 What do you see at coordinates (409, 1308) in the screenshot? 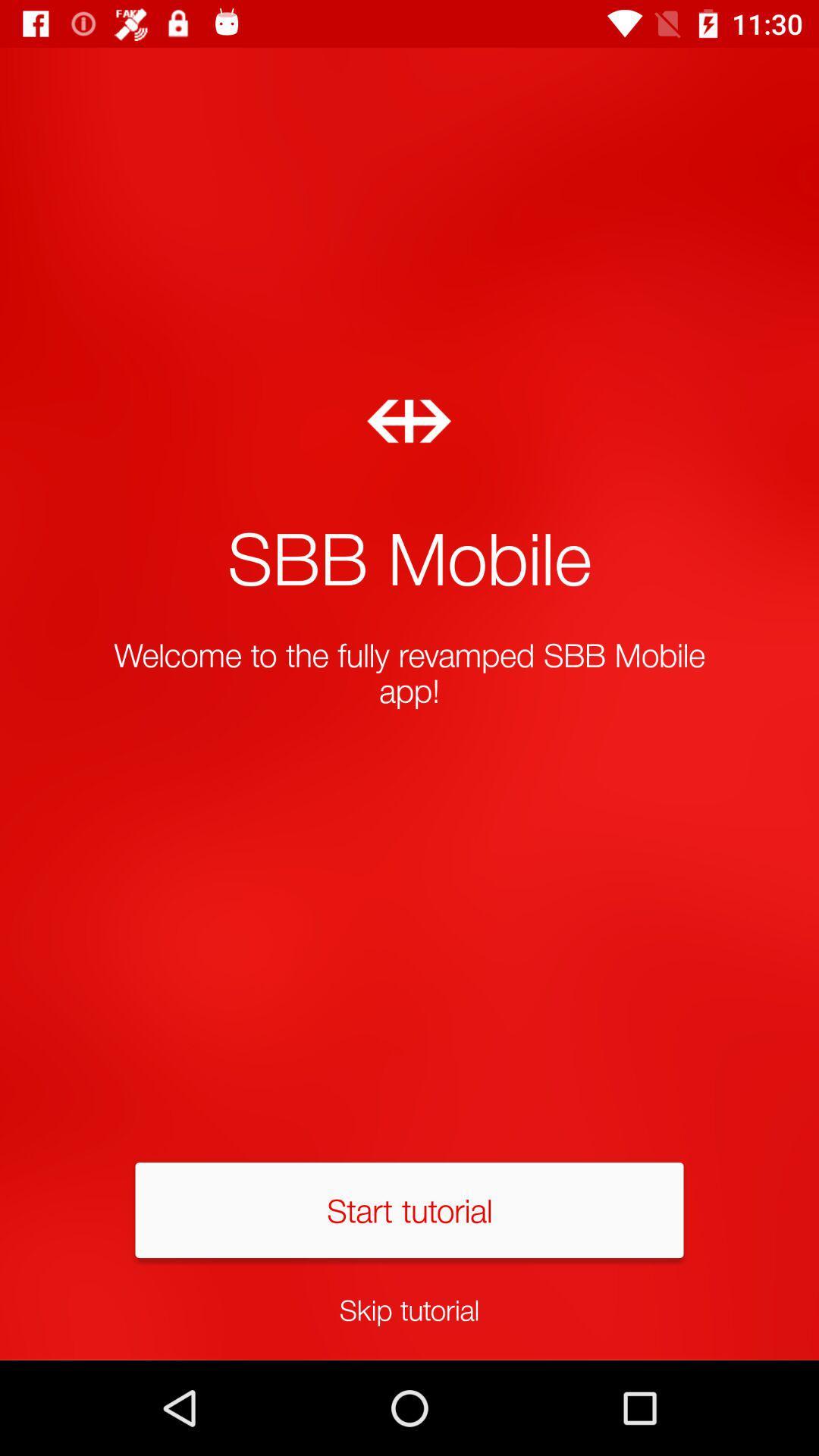
I see `skip tutorial icon` at bounding box center [409, 1308].